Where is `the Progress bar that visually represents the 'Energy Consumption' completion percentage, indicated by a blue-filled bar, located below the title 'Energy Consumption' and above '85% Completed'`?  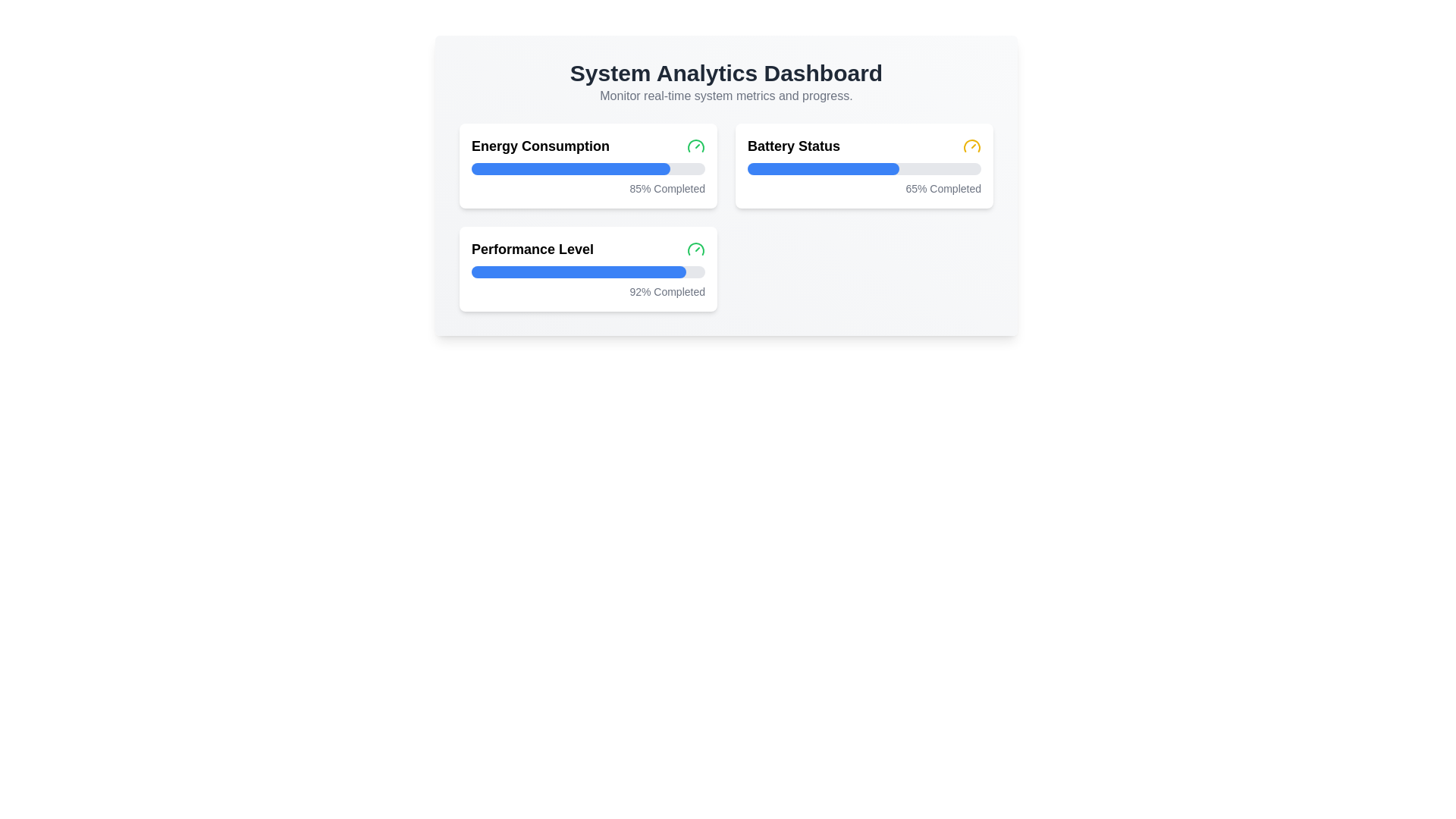 the Progress bar that visually represents the 'Energy Consumption' completion percentage, indicated by a blue-filled bar, located below the title 'Energy Consumption' and above '85% Completed' is located at coordinates (588, 169).